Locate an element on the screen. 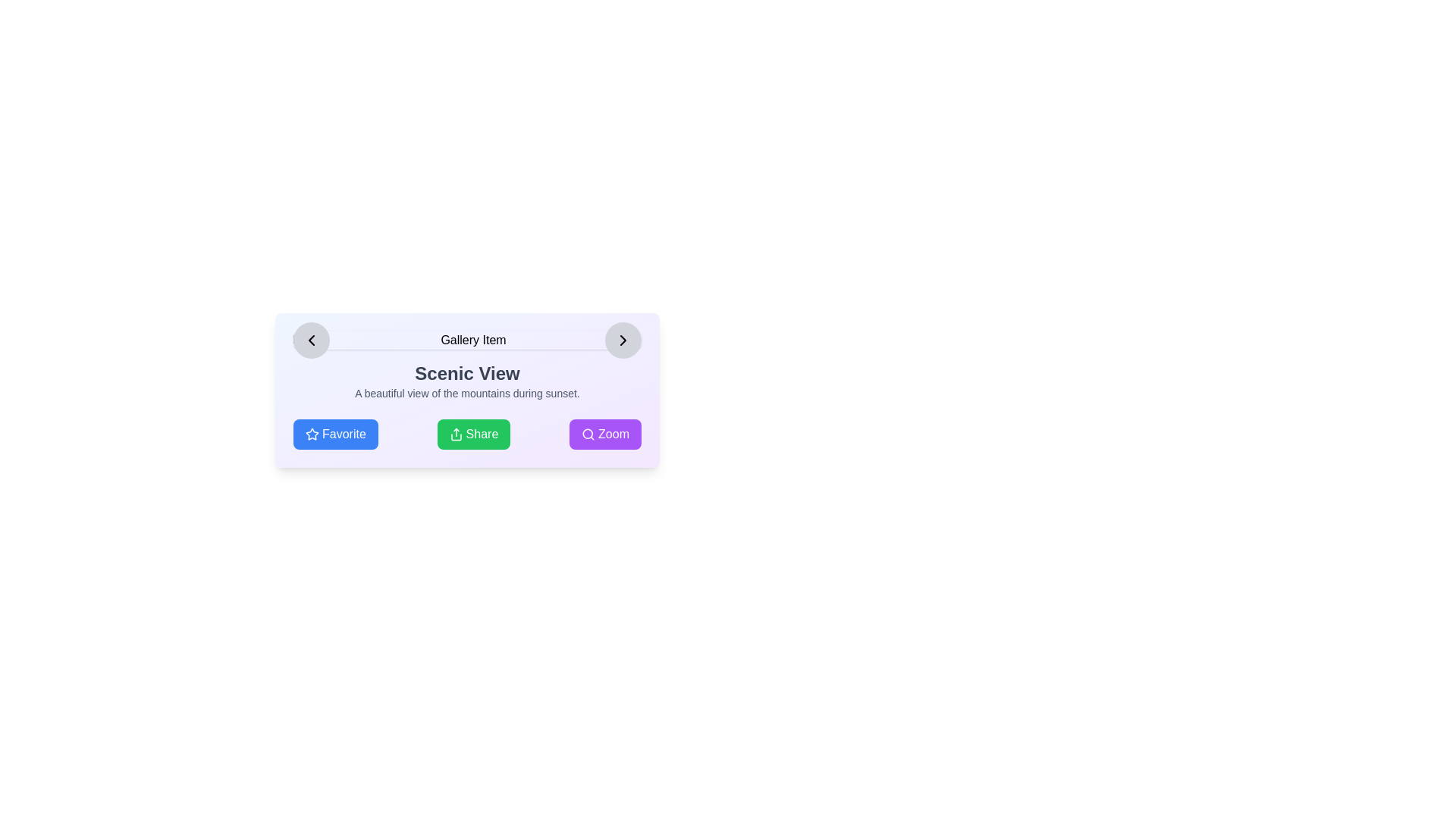 The height and width of the screenshot is (819, 1456). the green 'Share' button, which is the second button from the left, to change its color is located at coordinates (466, 435).